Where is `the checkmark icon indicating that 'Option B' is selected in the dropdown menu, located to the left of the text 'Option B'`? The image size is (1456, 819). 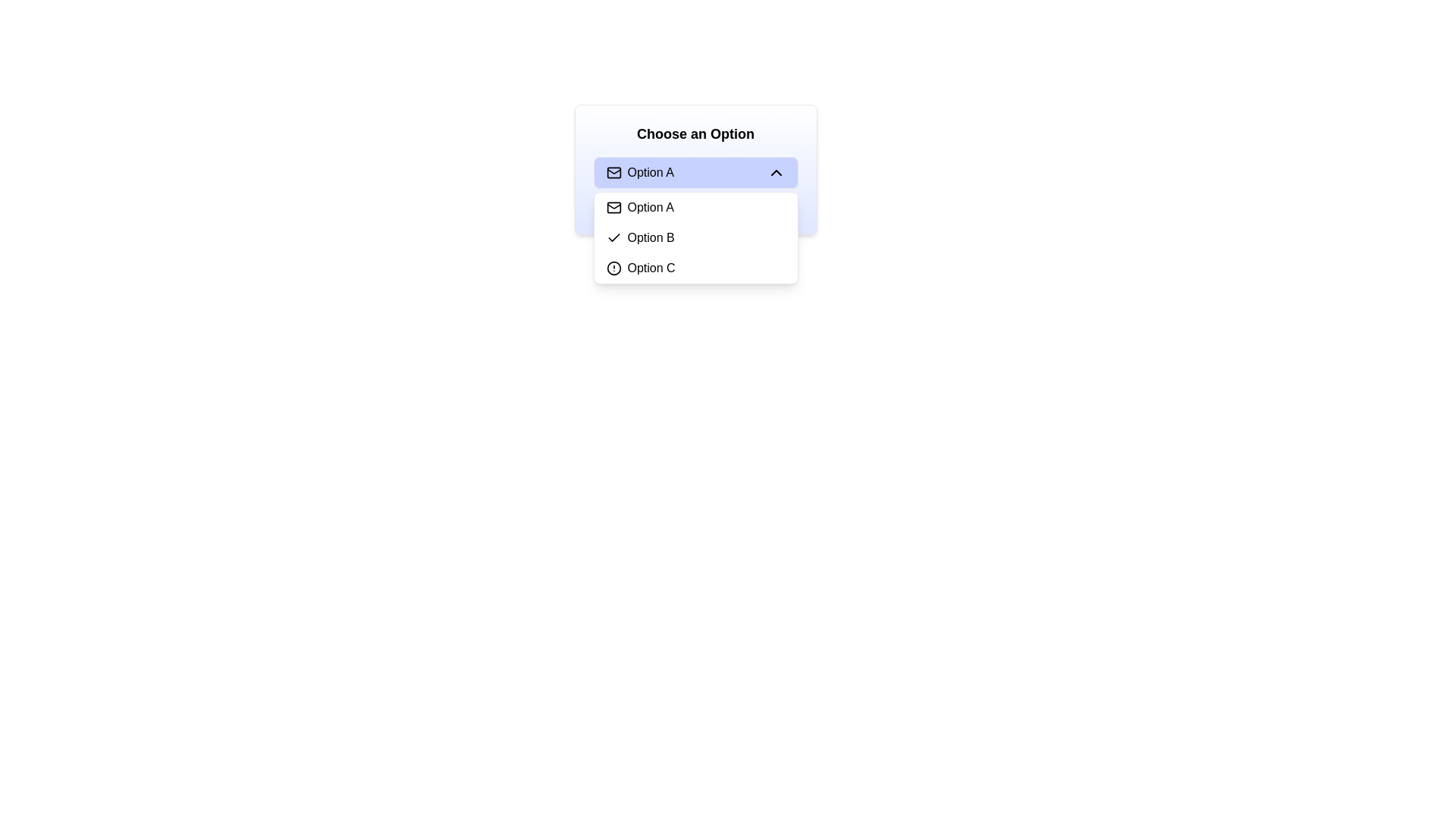
the checkmark icon indicating that 'Option B' is selected in the dropdown menu, located to the left of the text 'Option B' is located at coordinates (613, 237).